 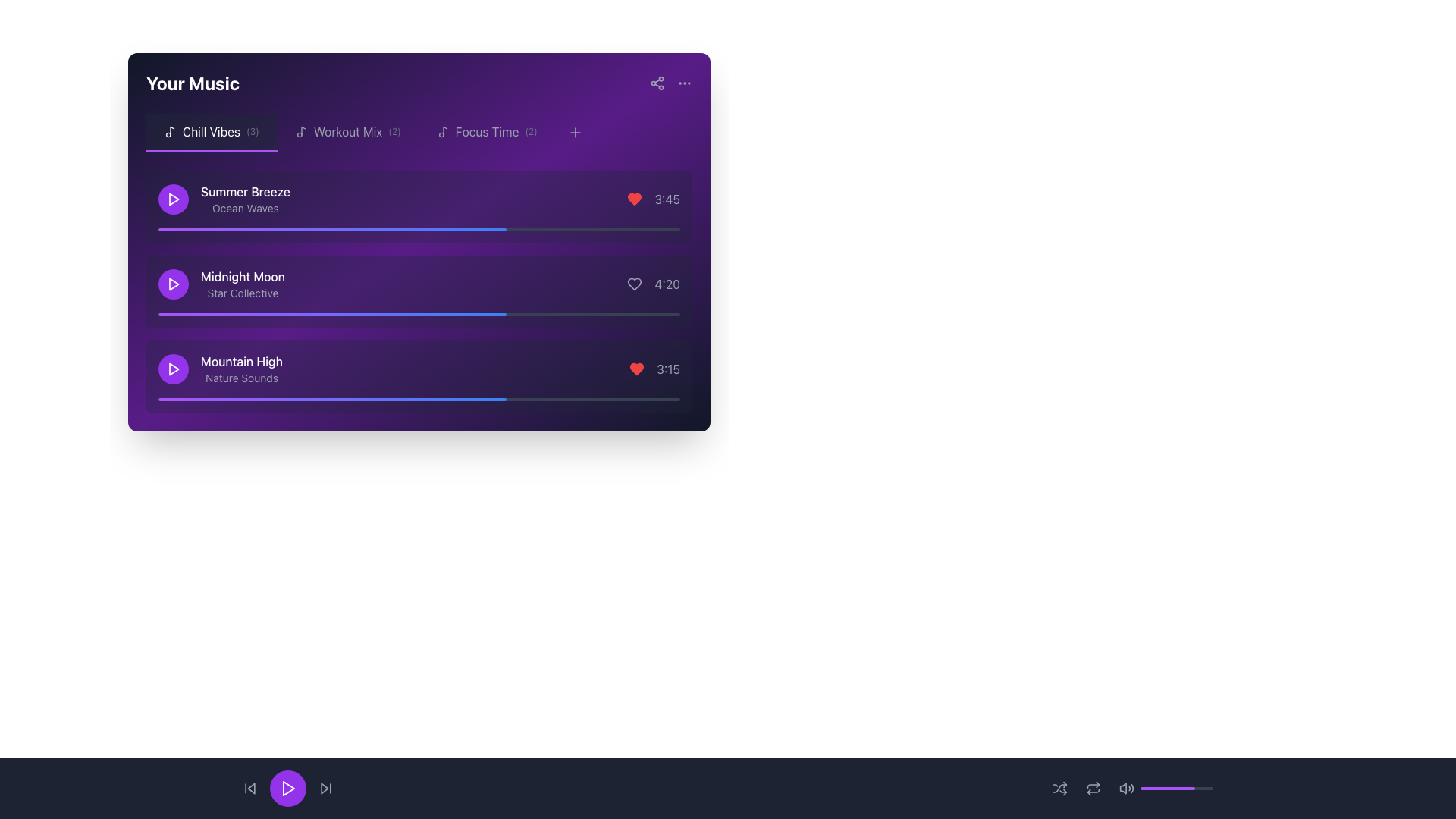 What do you see at coordinates (219, 369) in the screenshot?
I see `the third list item in the 'Chill Vibes' section that displays the song 'Mountain High' with details 'Nature Sounds'` at bounding box center [219, 369].